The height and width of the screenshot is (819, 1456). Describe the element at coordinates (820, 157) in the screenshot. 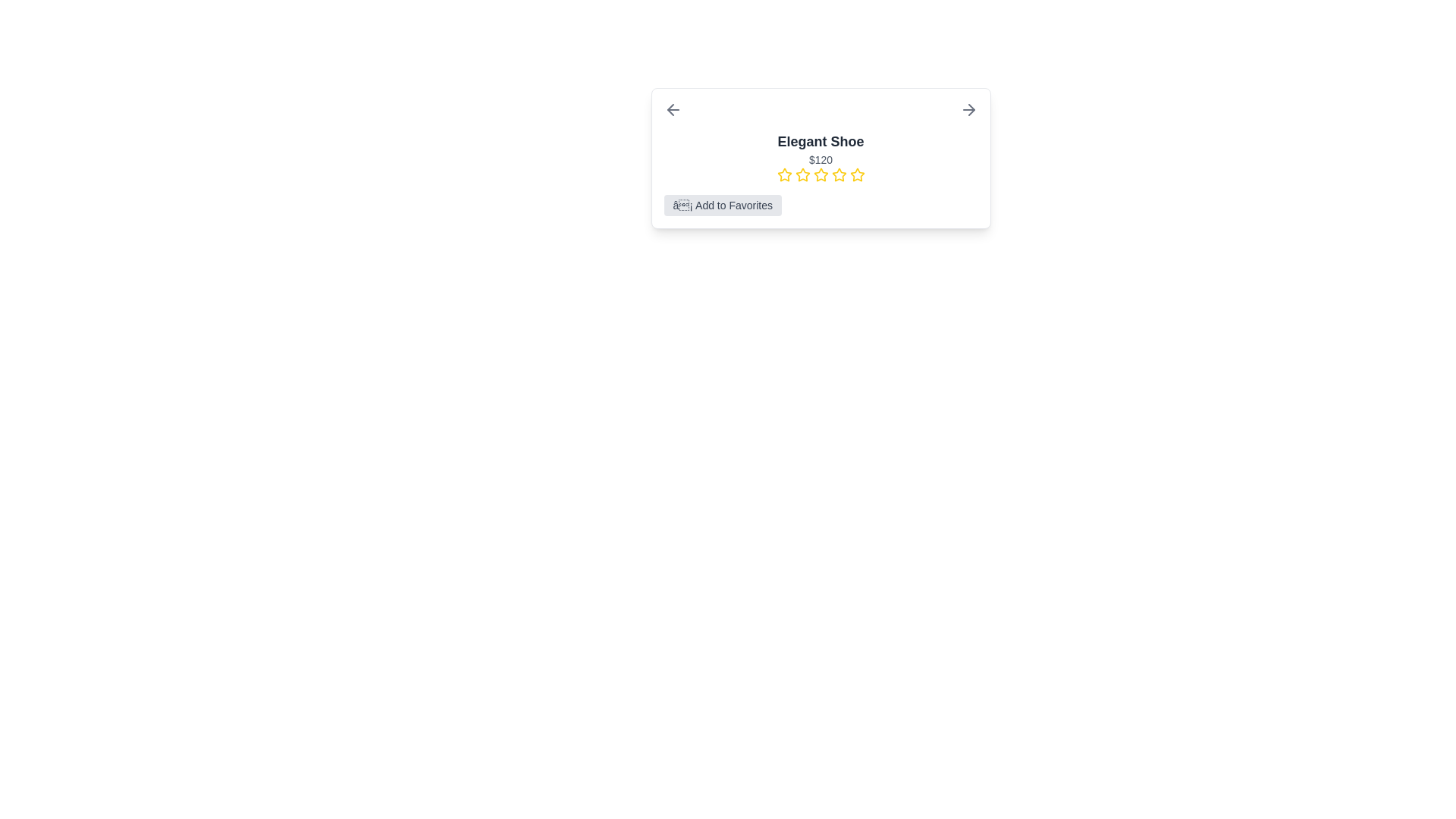

I see `price displayed as '$120' below the title 'Elegant Shoe', which is part of a composite element containing text labels and icons` at that location.